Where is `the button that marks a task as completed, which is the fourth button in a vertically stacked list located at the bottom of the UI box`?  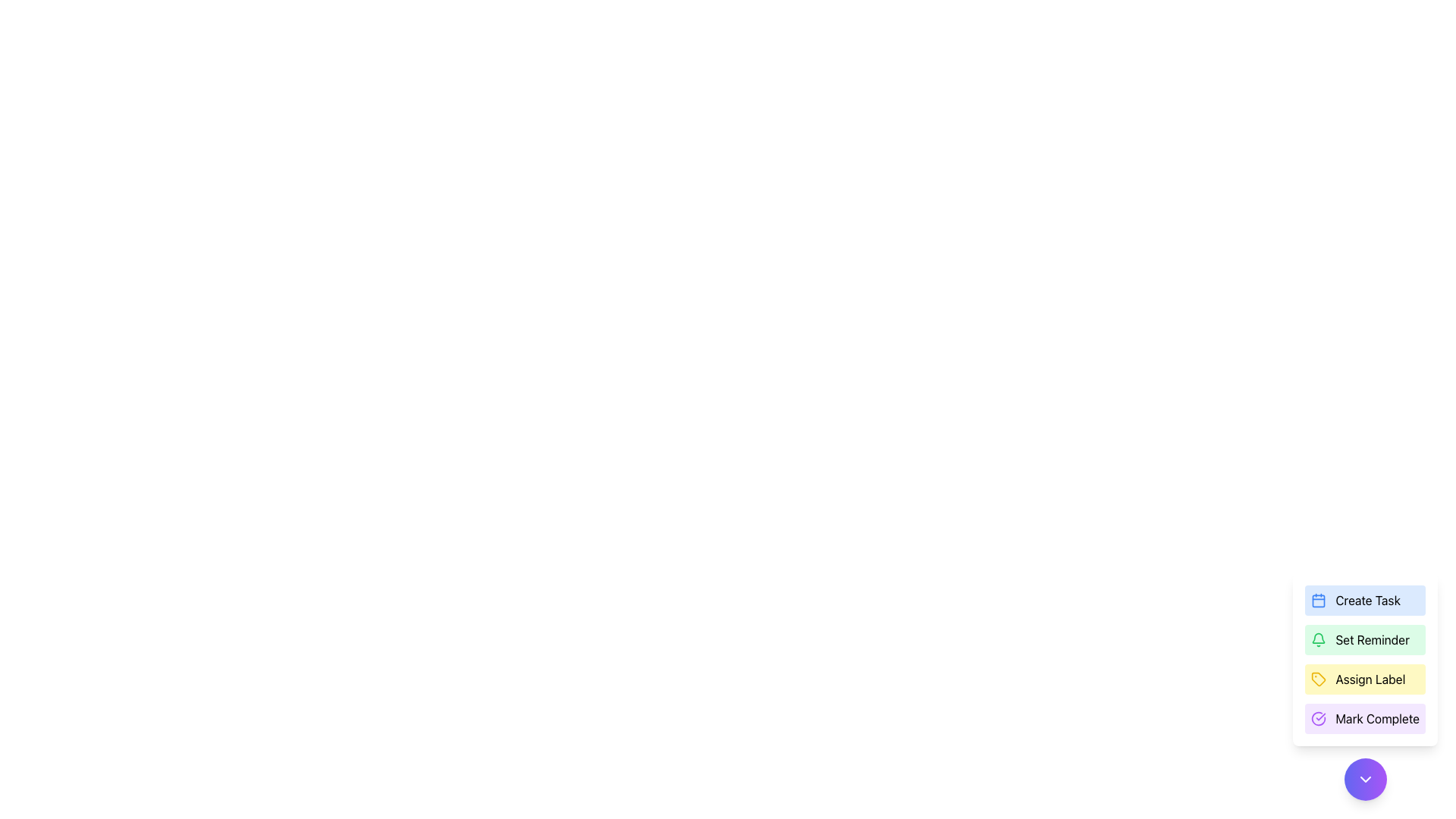
the button that marks a task as completed, which is the fourth button in a vertically stacked list located at the bottom of the UI box is located at coordinates (1365, 718).